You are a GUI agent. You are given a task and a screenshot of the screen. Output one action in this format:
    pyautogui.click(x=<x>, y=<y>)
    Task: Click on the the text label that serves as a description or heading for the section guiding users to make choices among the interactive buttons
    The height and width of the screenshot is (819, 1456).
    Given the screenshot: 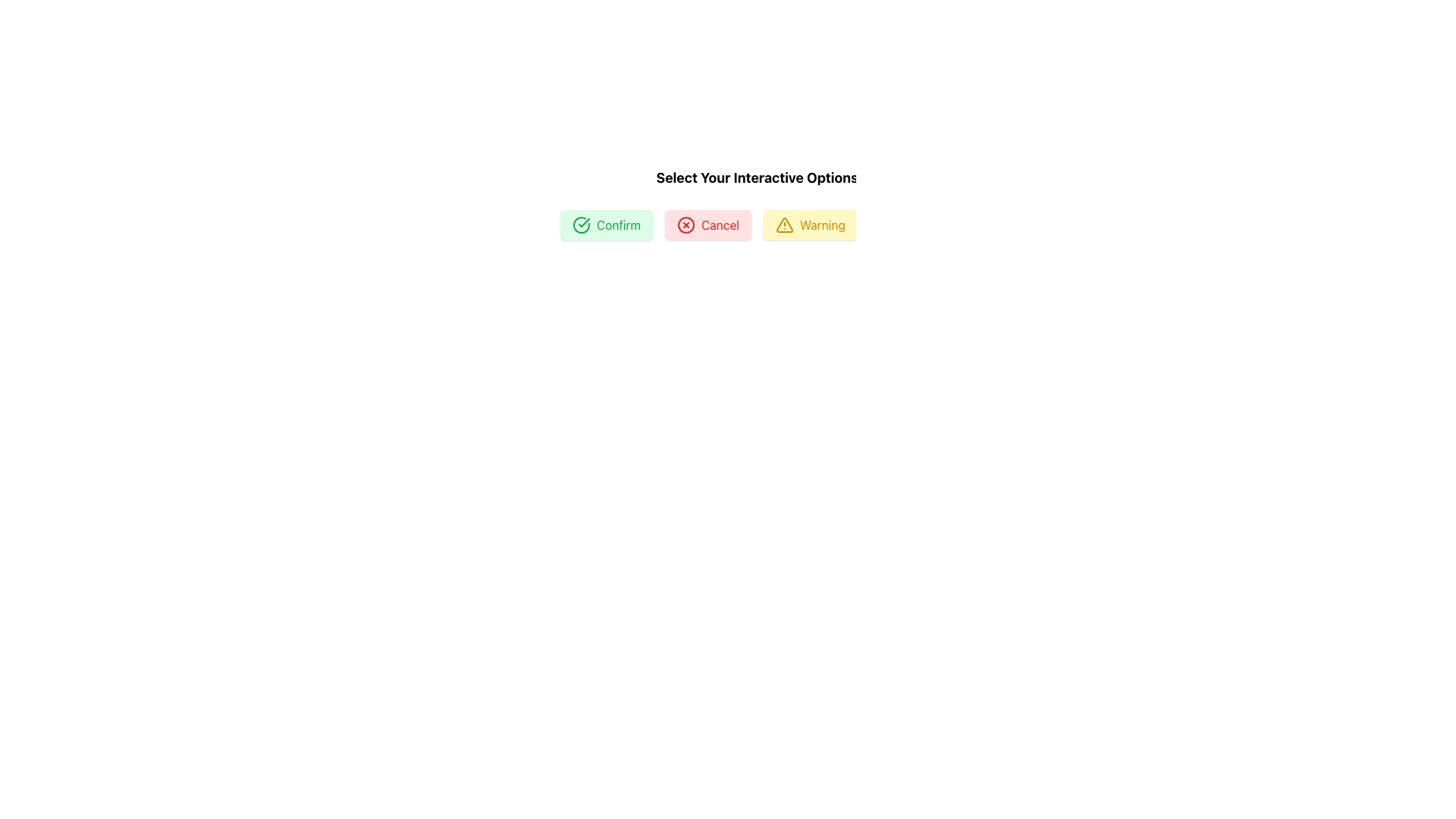 What is the action you would take?
    pyautogui.click(x=759, y=177)
    